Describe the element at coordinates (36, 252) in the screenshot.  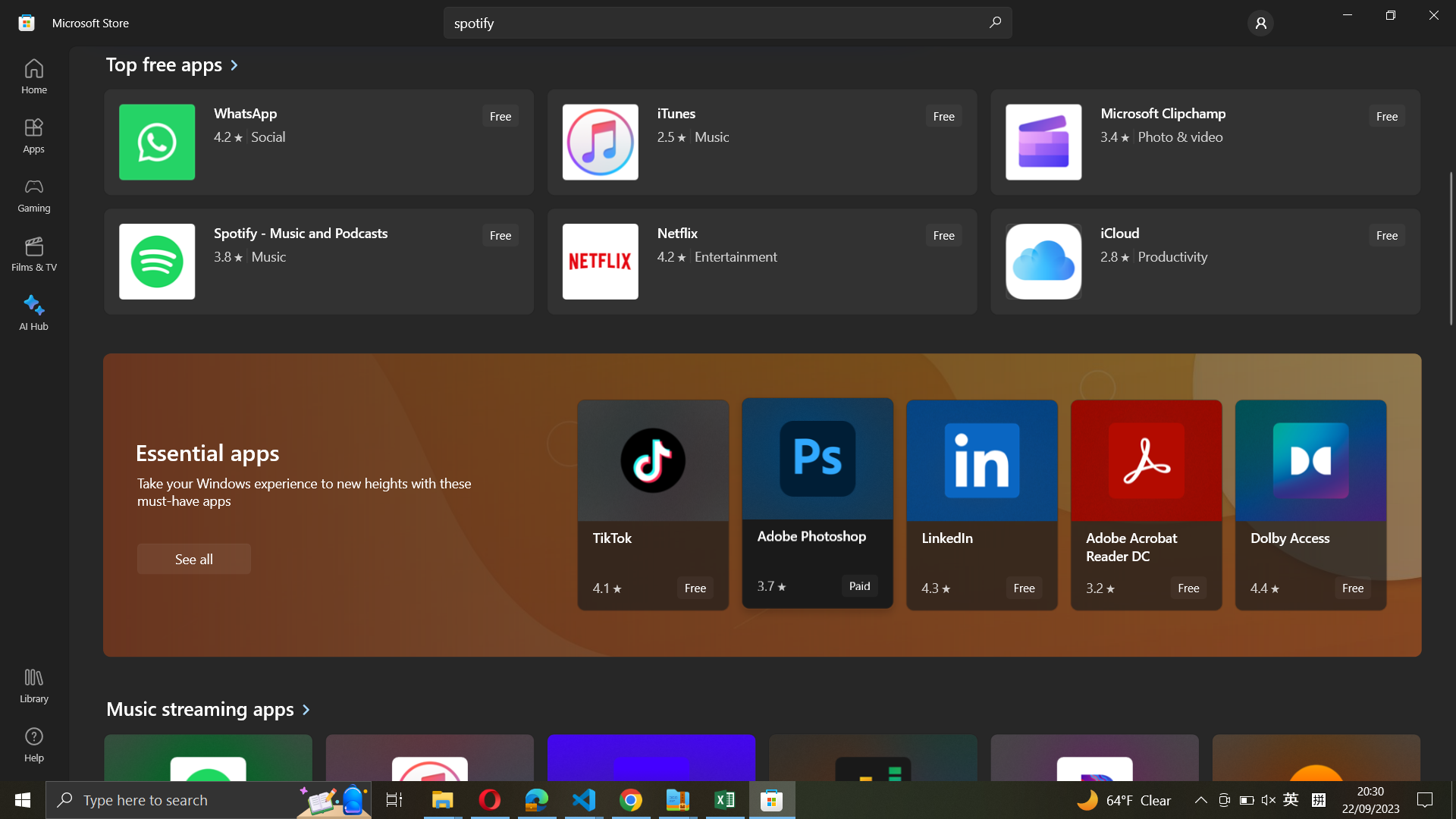
I see `Films & TV` at that location.